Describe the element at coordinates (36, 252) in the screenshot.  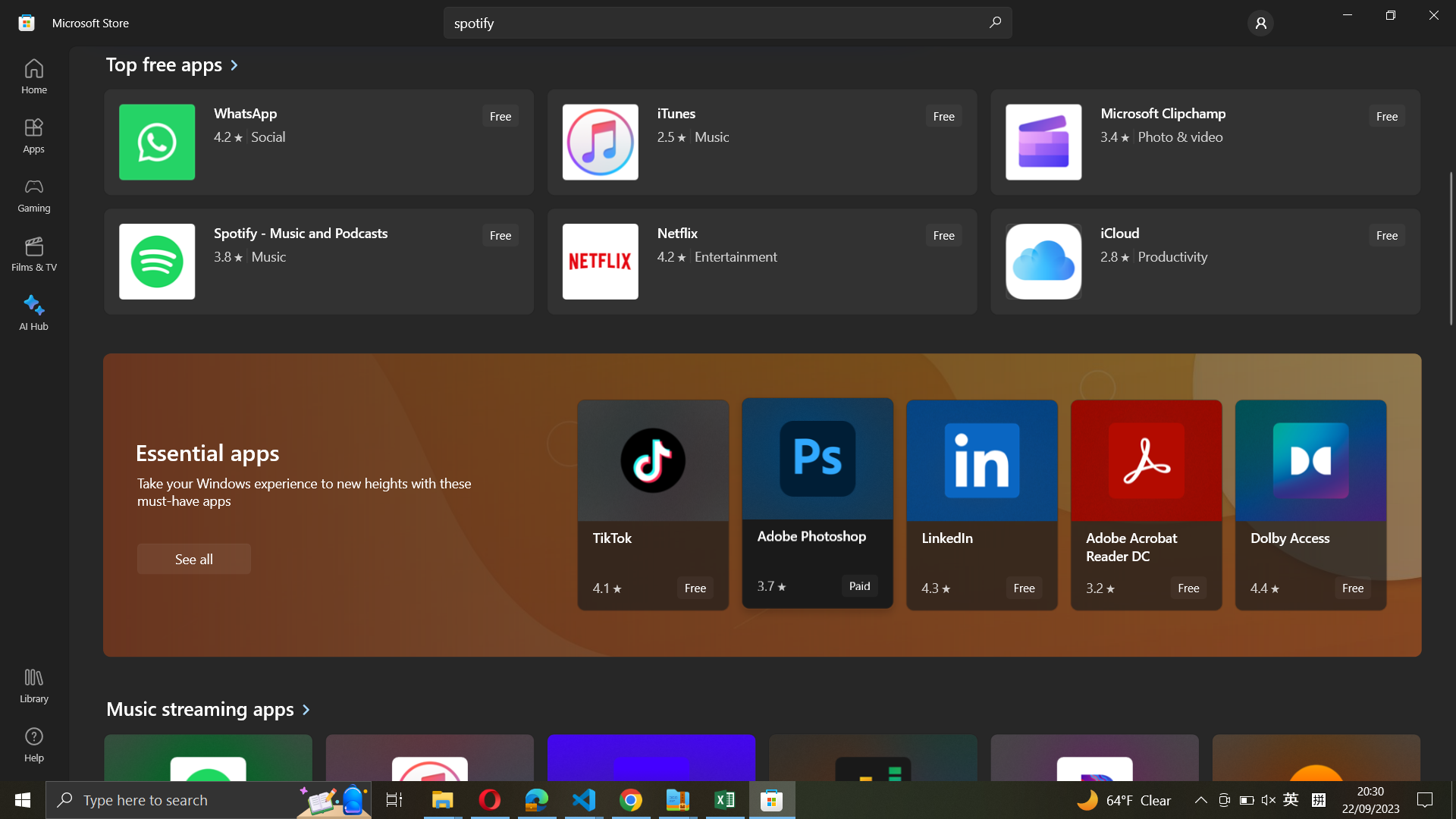
I see `Films & TV` at that location.